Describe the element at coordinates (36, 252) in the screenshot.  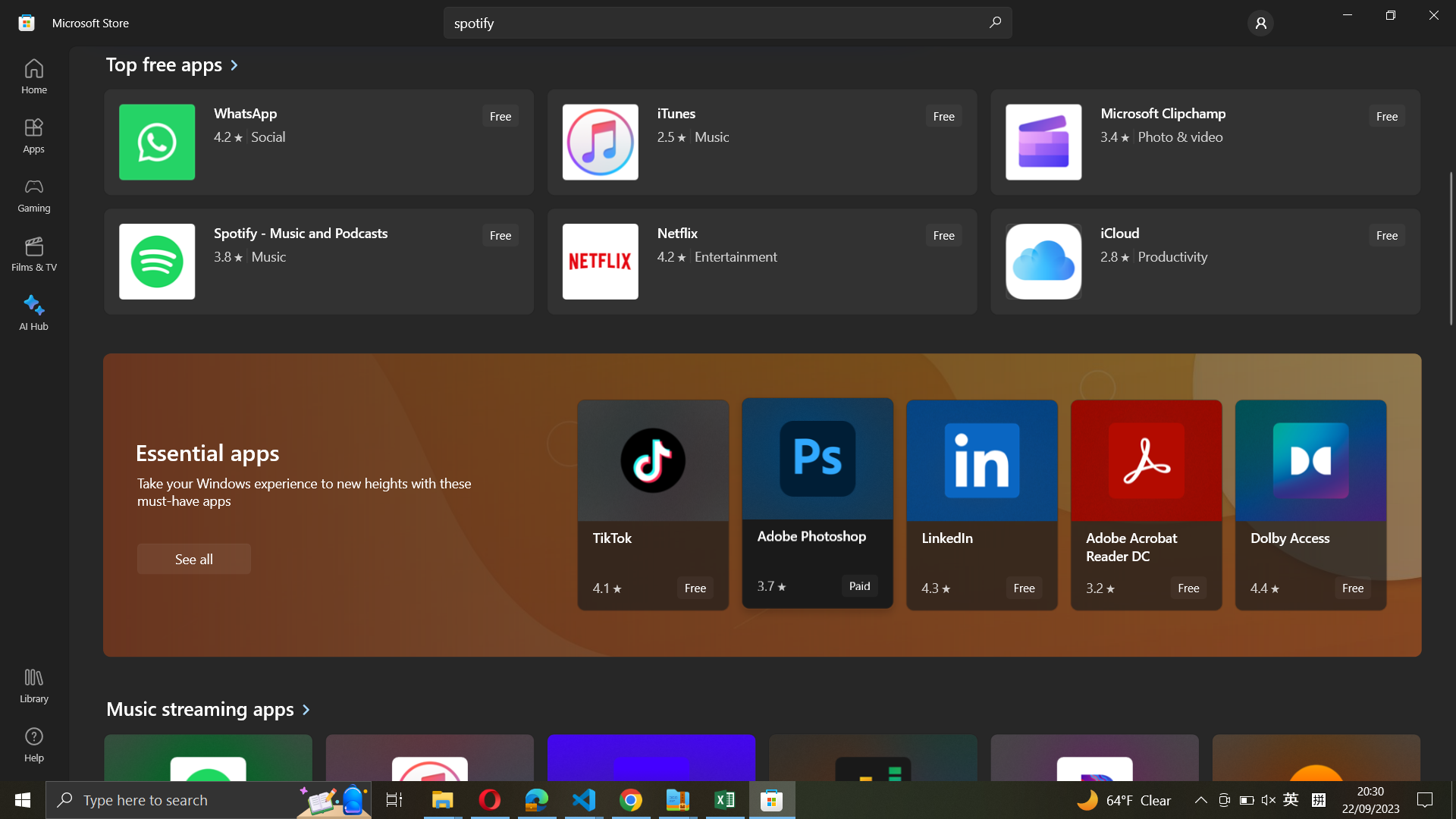
I see `Films & TV` at that location.